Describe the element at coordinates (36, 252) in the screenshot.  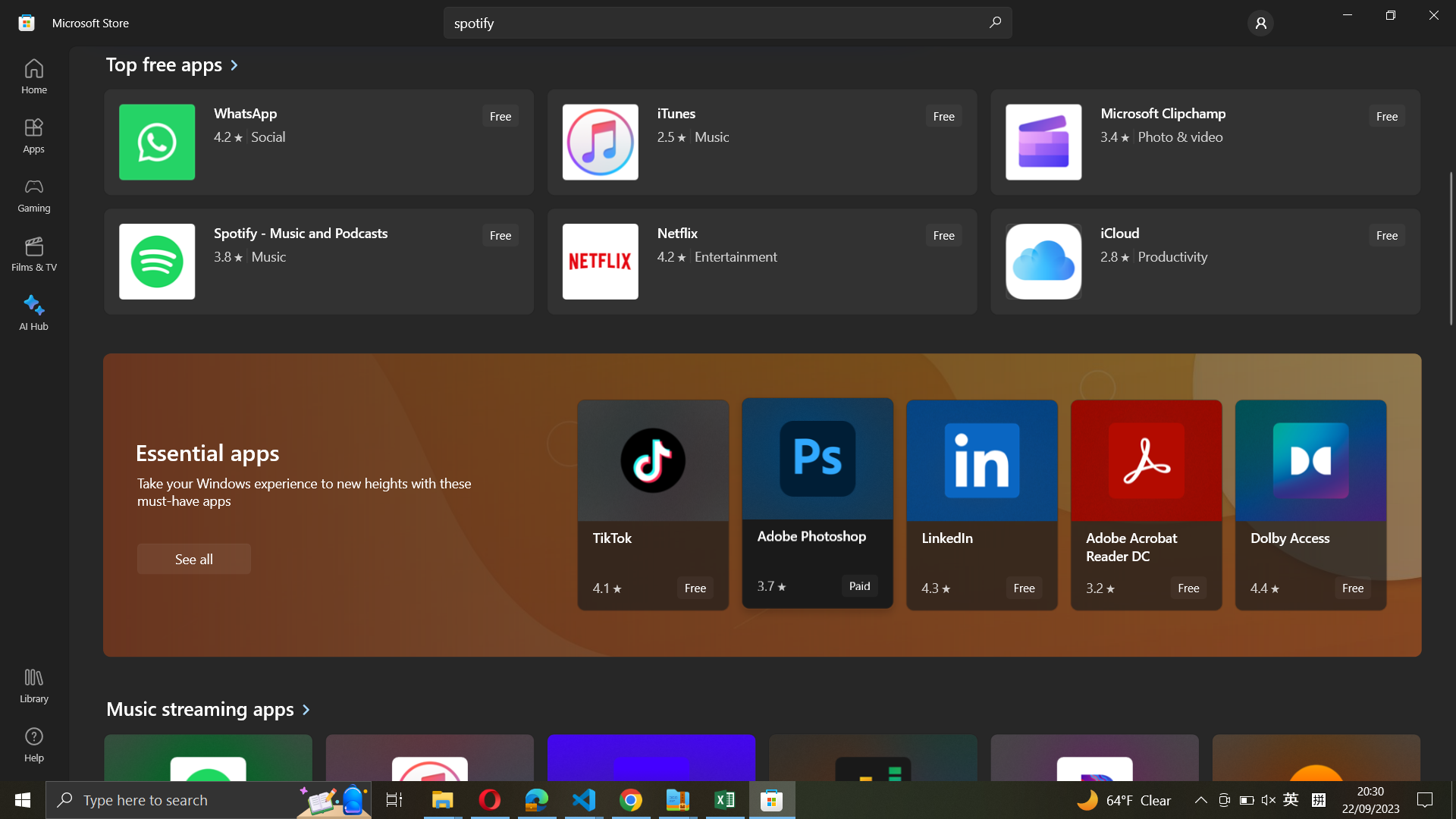
I see `Films & TV` at that location.